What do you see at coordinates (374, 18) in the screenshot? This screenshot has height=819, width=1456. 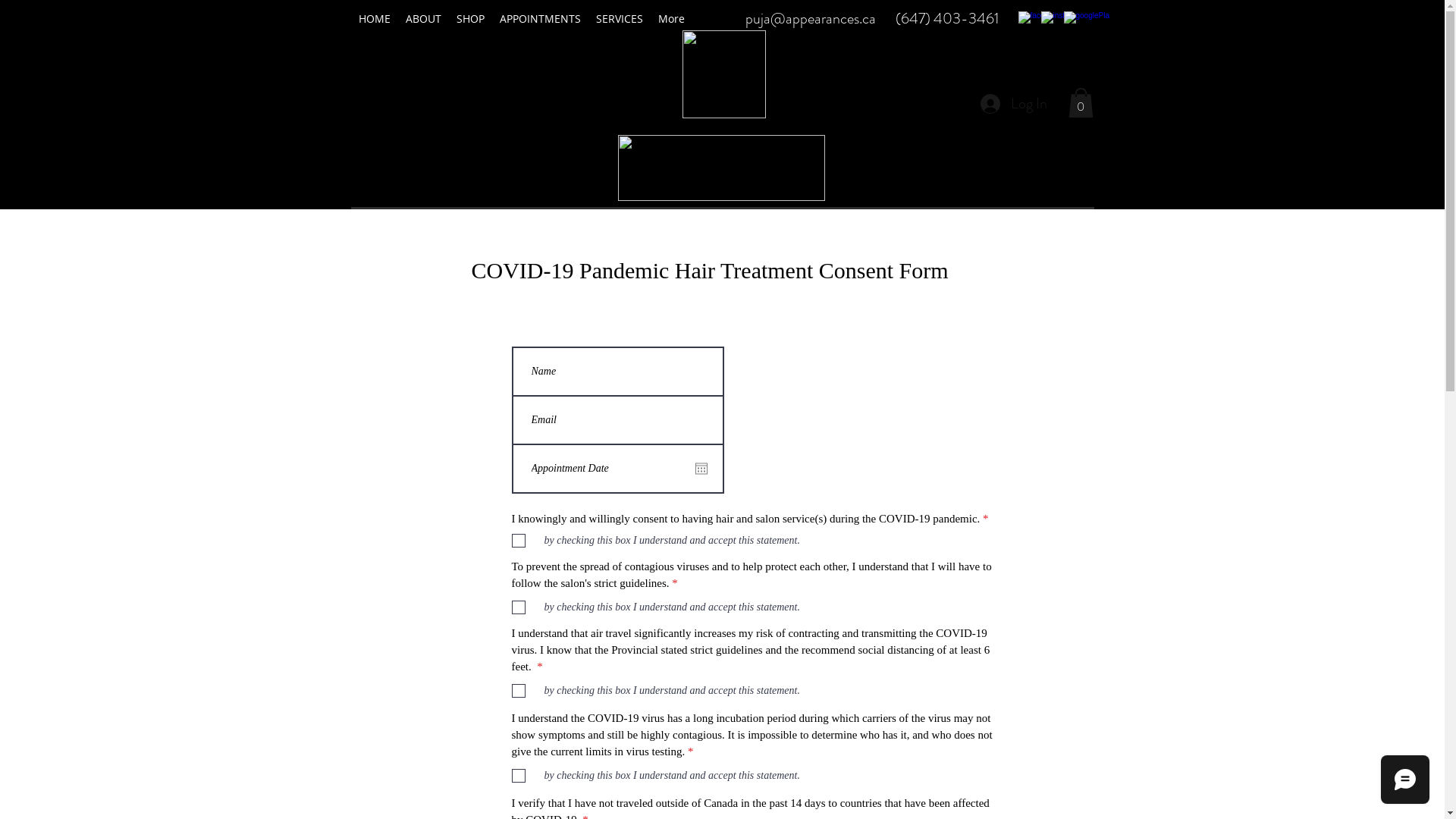 I see `'HOME'` at bounding box center [374, 18].